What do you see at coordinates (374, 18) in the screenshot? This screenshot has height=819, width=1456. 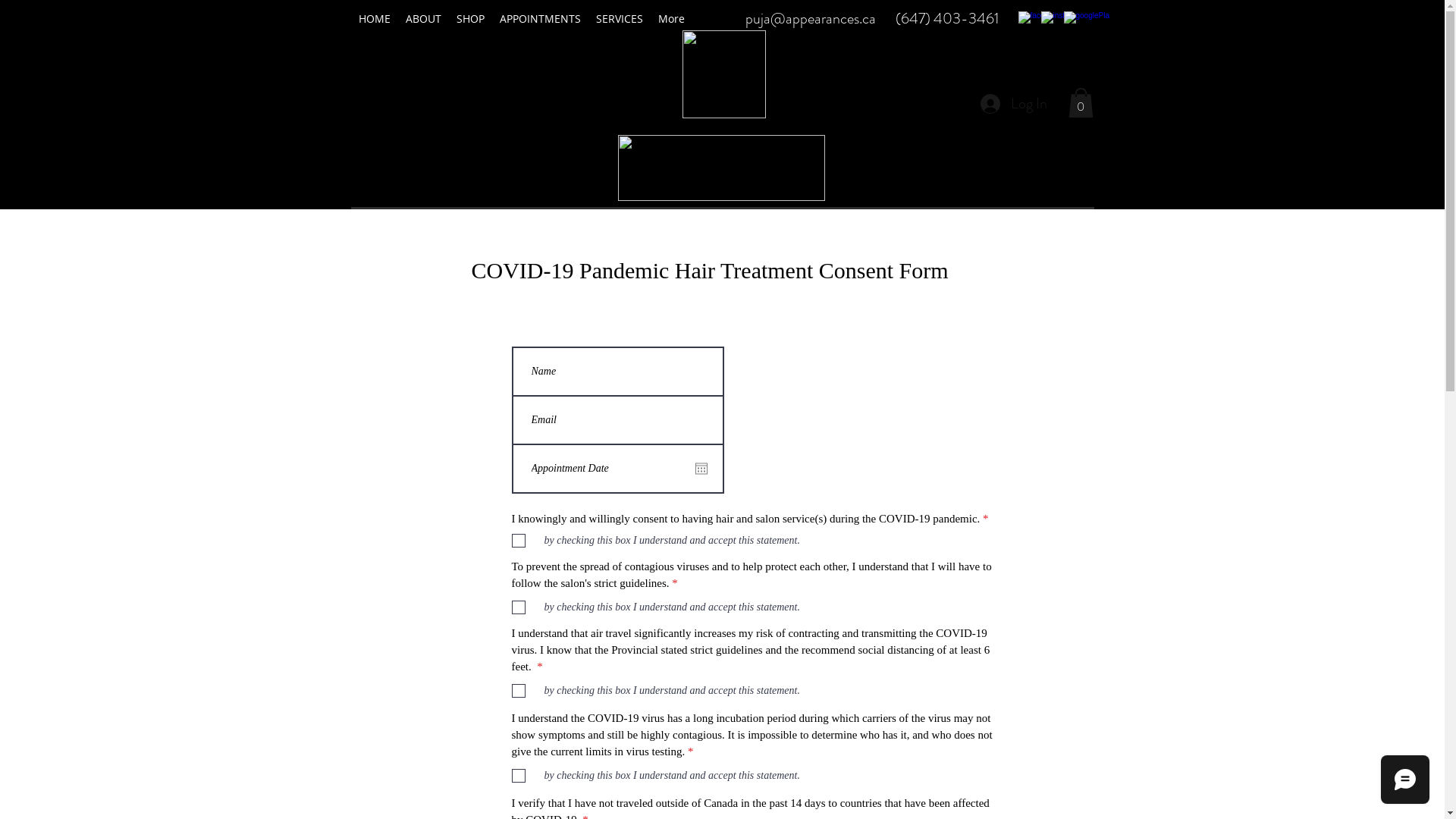 I see `'HOME'` at bounding box center [374, 18].